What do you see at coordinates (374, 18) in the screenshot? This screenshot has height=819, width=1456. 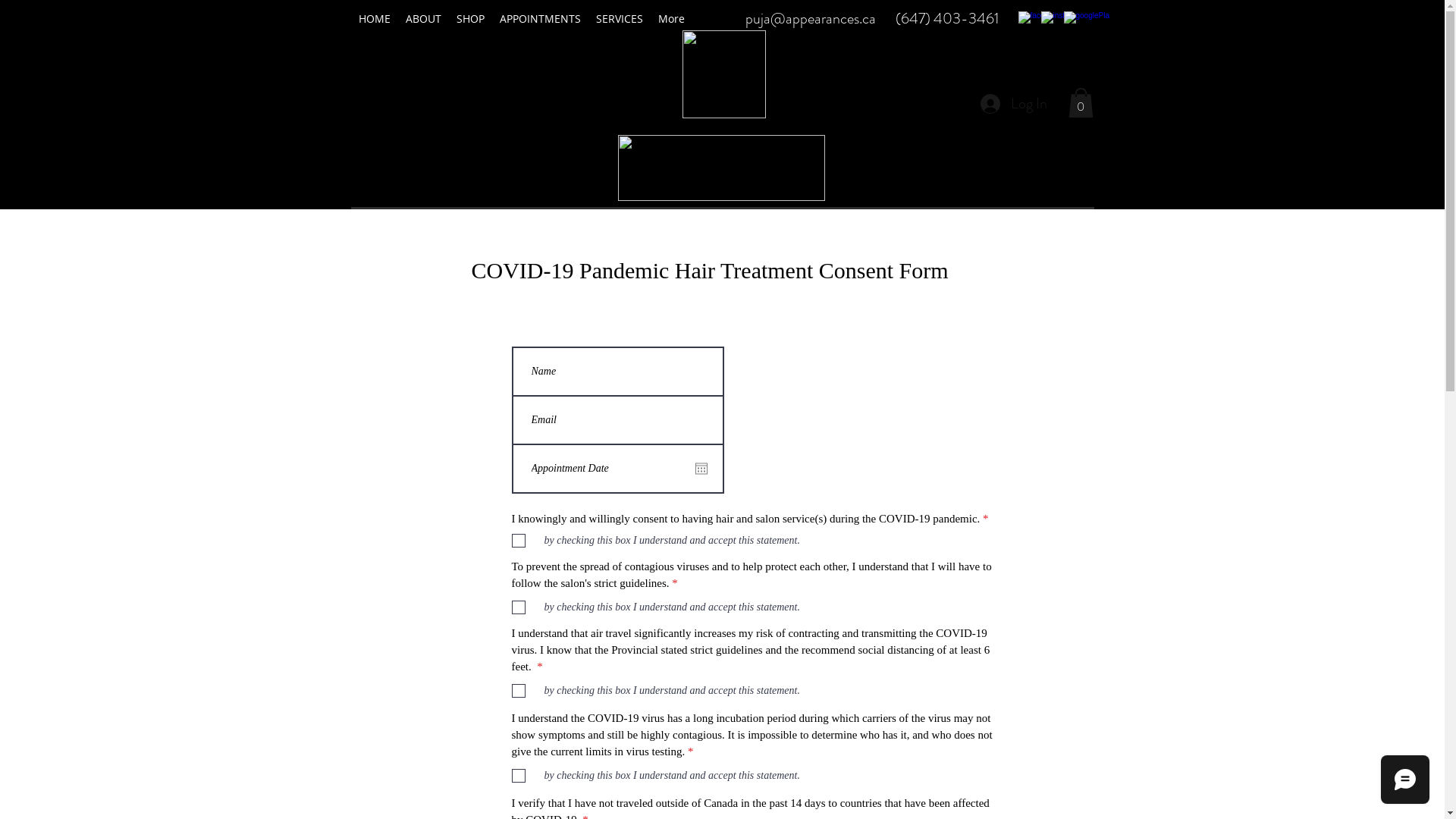 I see `'HOME'` at bounding box center [374, 18].